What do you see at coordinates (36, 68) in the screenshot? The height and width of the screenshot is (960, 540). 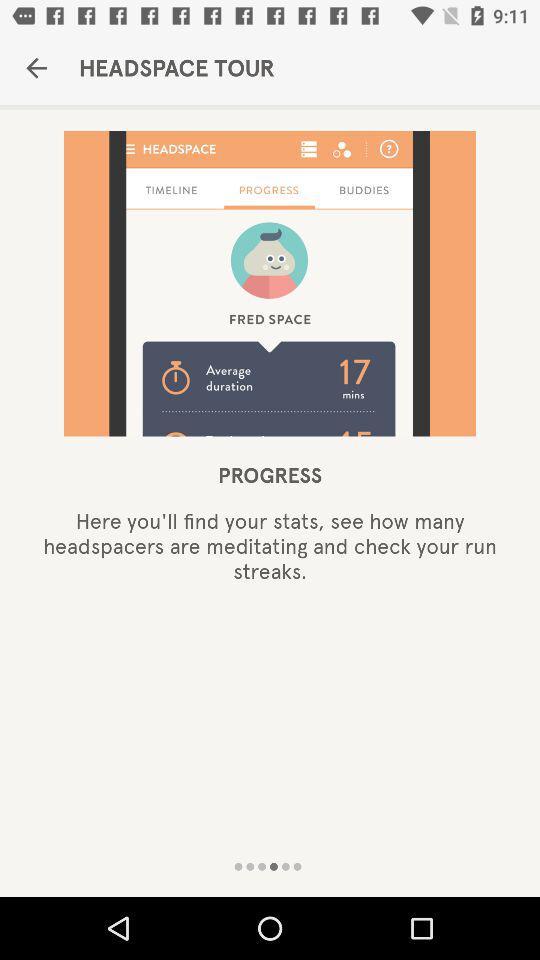 I see `the icon next to headspace tour` at bounding box center [36, 68].